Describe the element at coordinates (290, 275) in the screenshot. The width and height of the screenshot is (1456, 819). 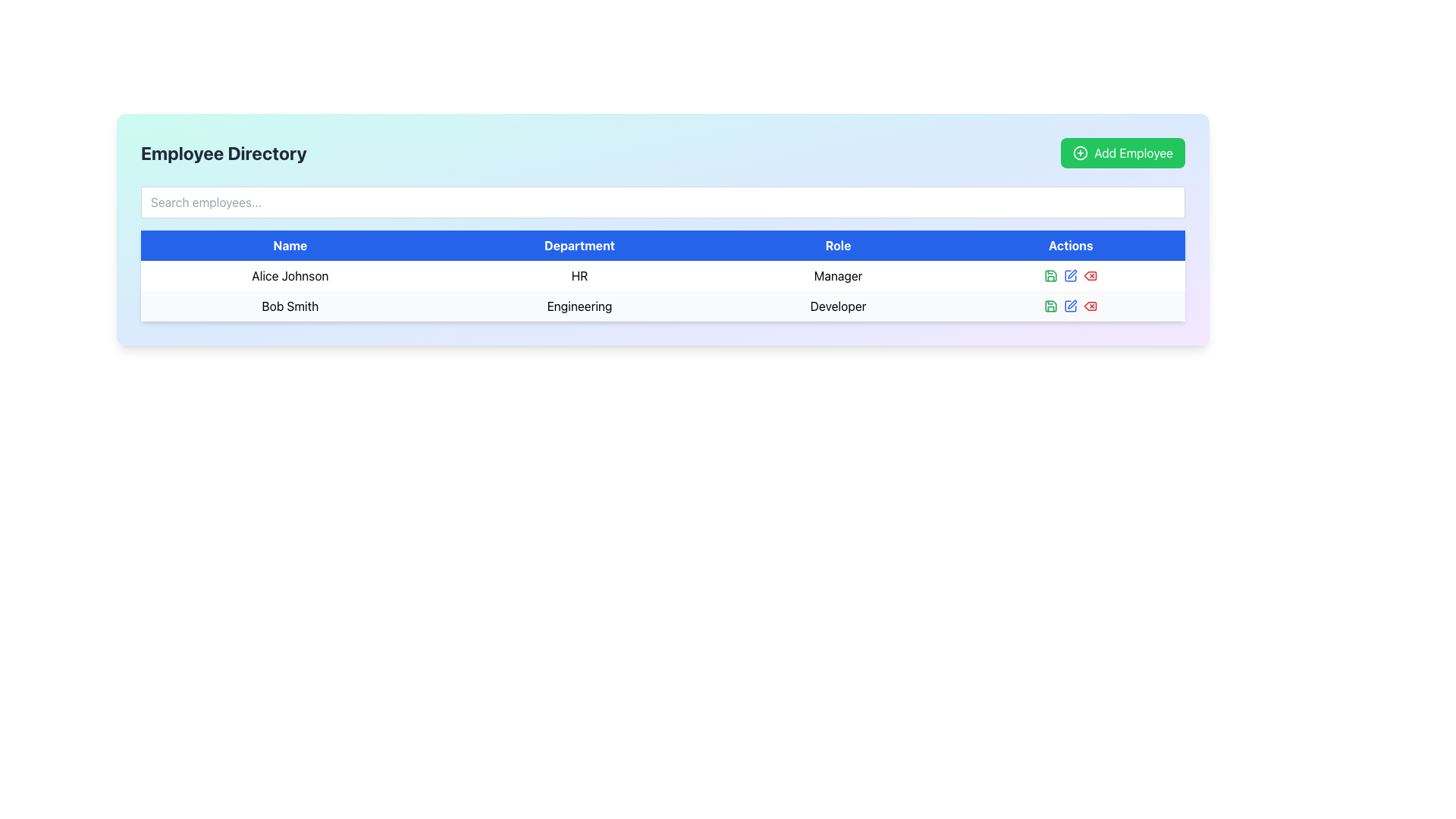
I see `the employee name text label located in the first row under the 'Name' column of the table, which contains the information for the employee in the HR department with the role of Manager` at that location.